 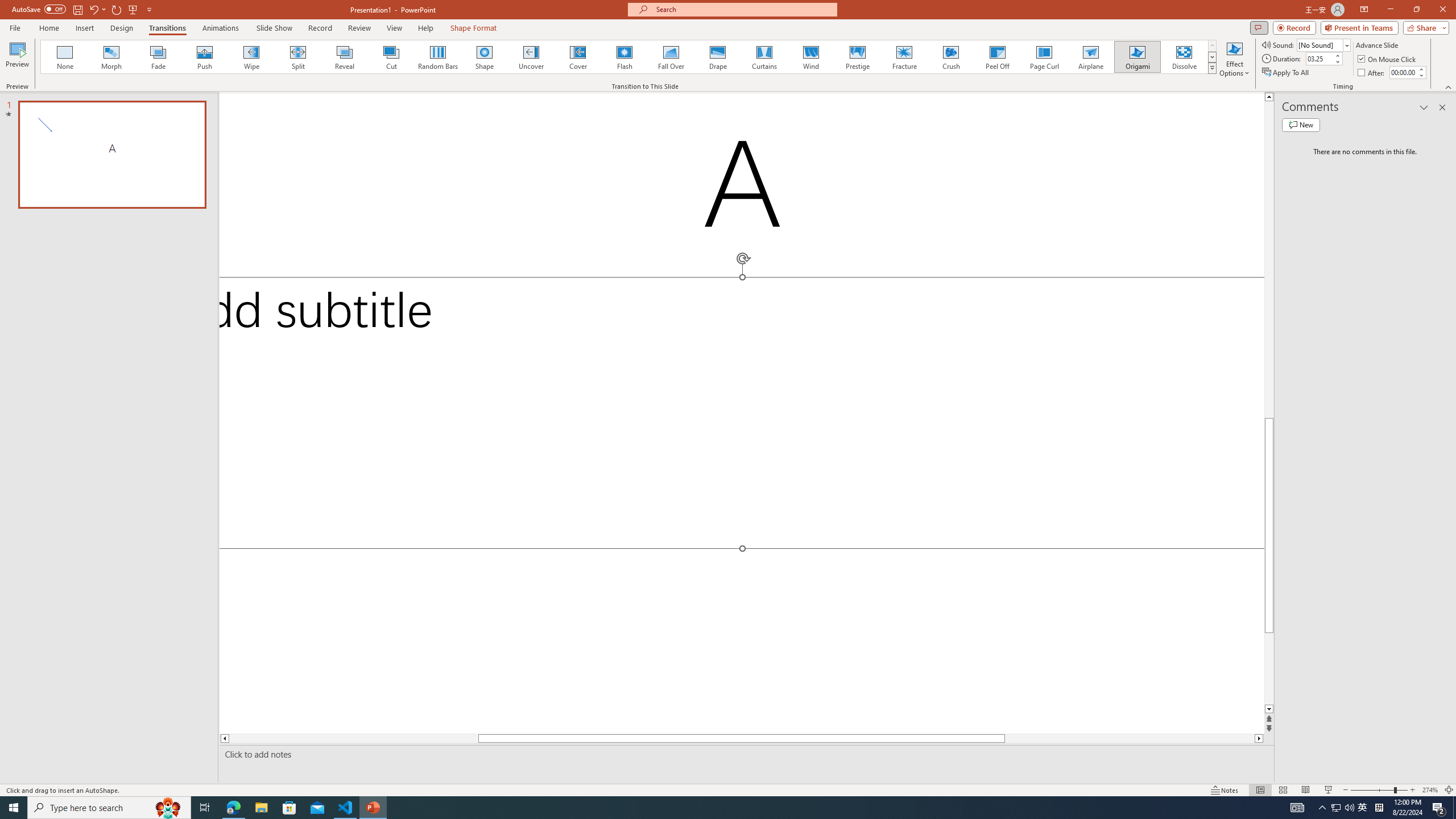 I want to click on 'Fracture', so click(x=904, y=56).